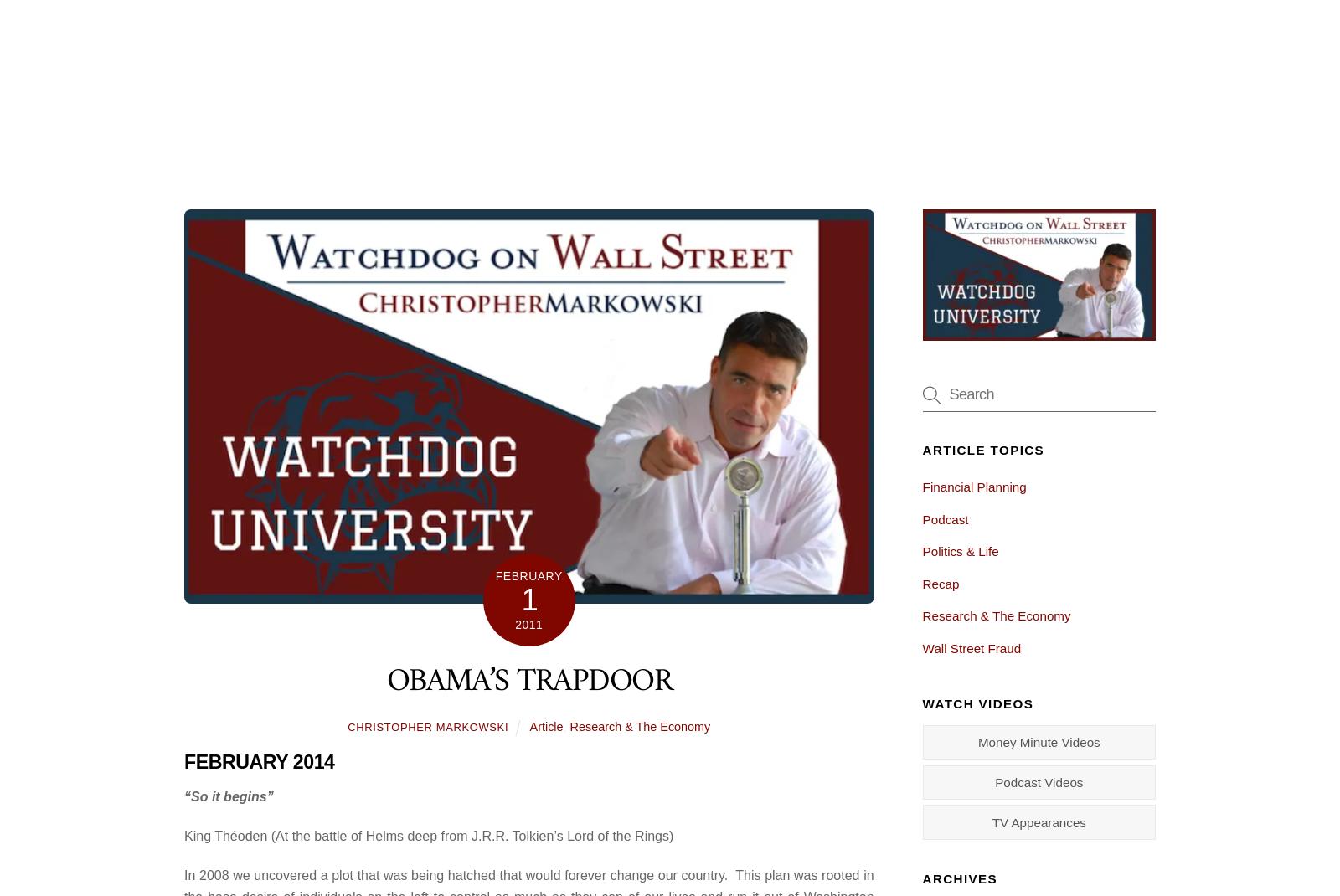 This screenshot has height=896, width=1340. I want to click on 'MUNICIPAL DEBT BOMB', so click(300, 837).